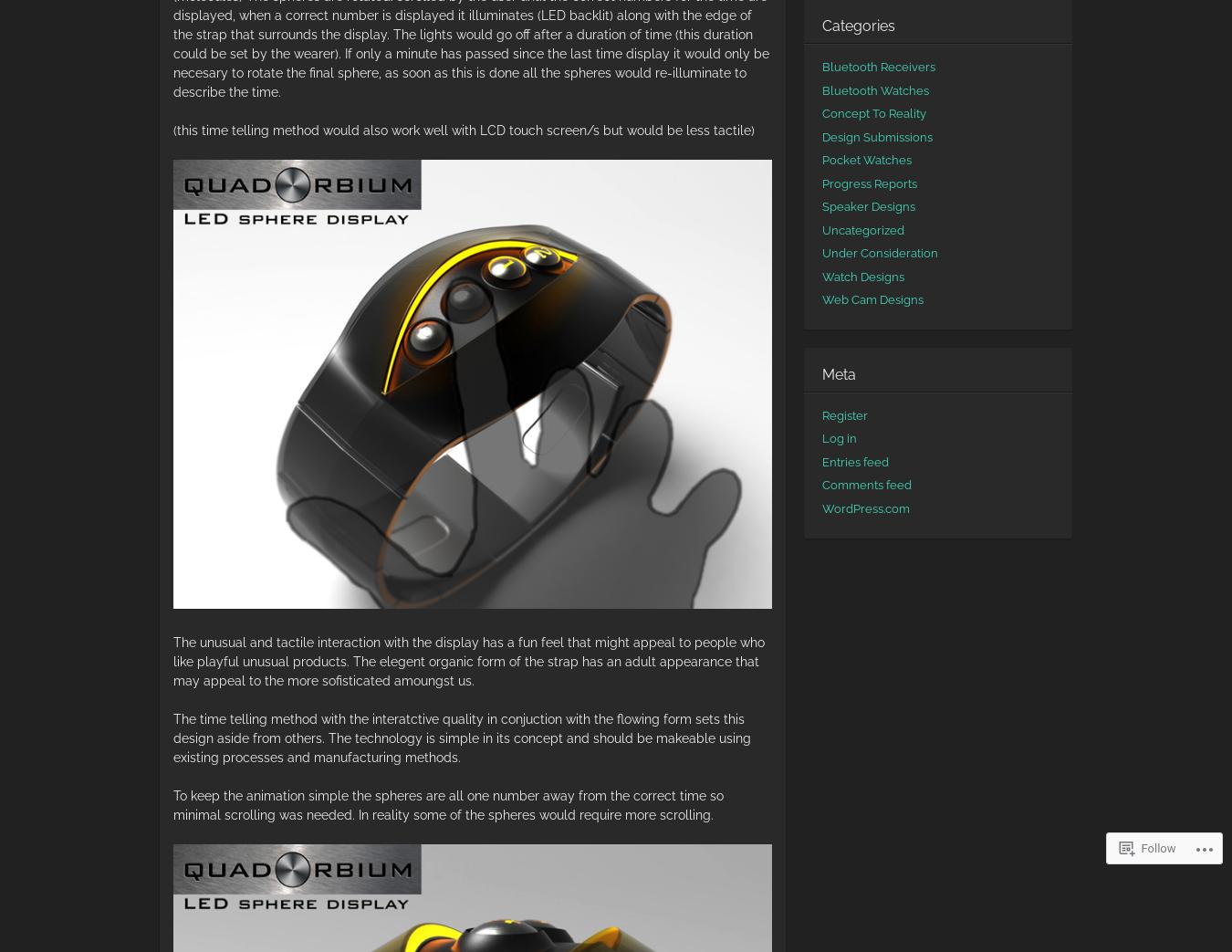  I want to click on 'Bluetooth Watches', so click(874, 89).